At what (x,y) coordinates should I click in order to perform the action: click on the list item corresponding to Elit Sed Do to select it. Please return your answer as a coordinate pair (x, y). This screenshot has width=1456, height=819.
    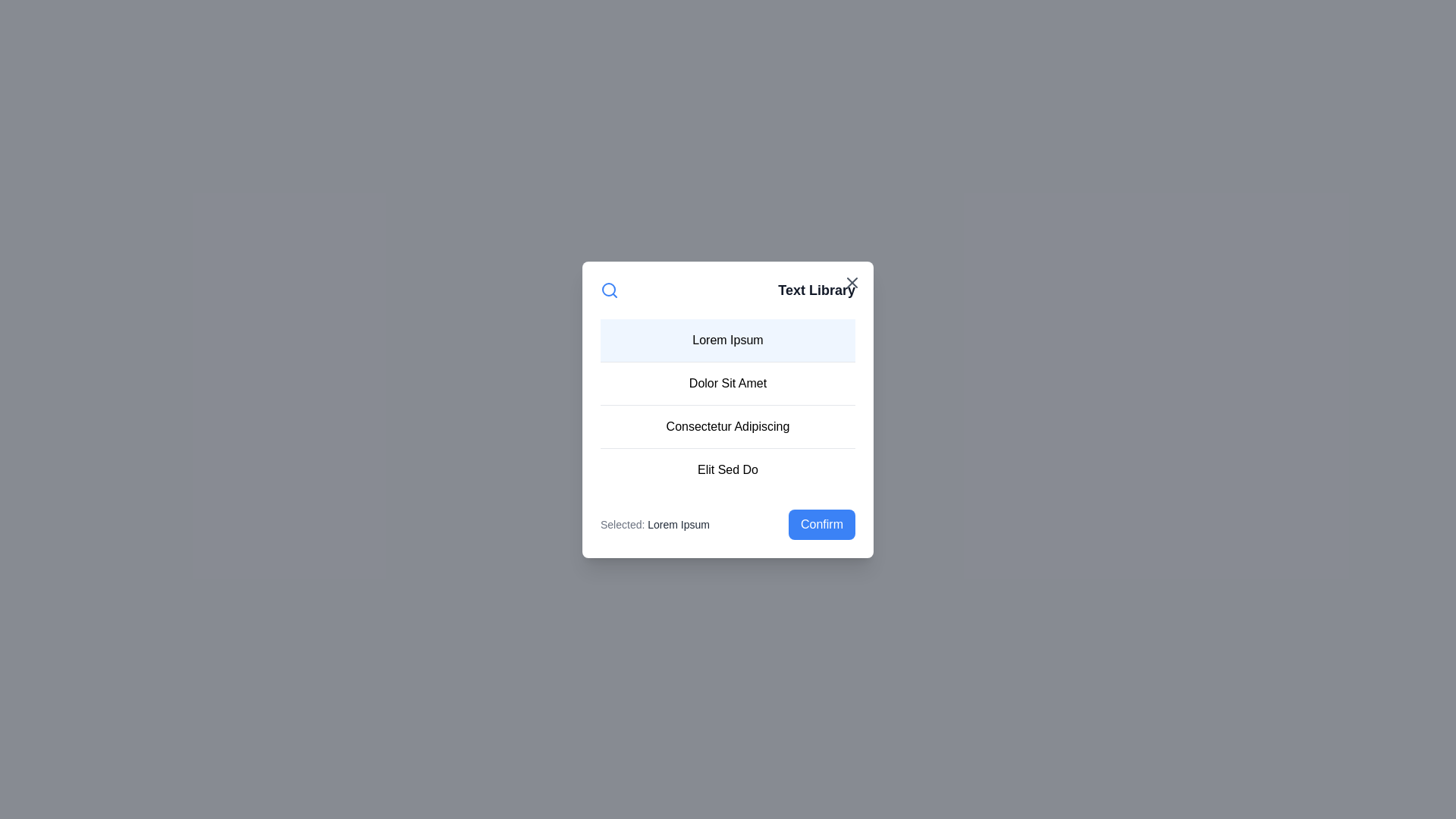
    Looking at the image, I should click on (728, 468).